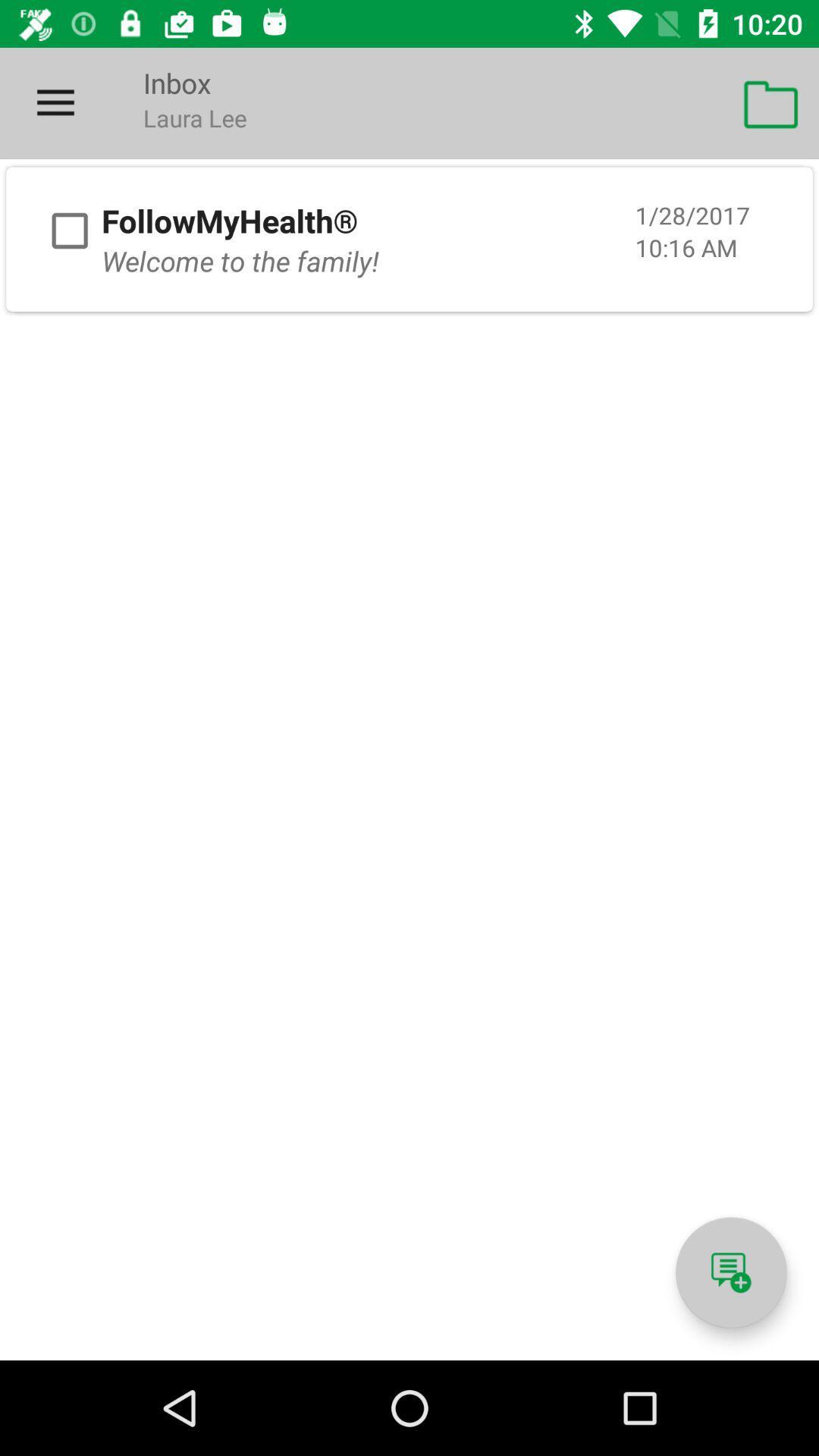 The height and width of the screenshot is (1456, 819). What do you see at coordinates (55, 102) in the screenshot?
I see `icon to the left of inbox` at bounding box center [55, 102].